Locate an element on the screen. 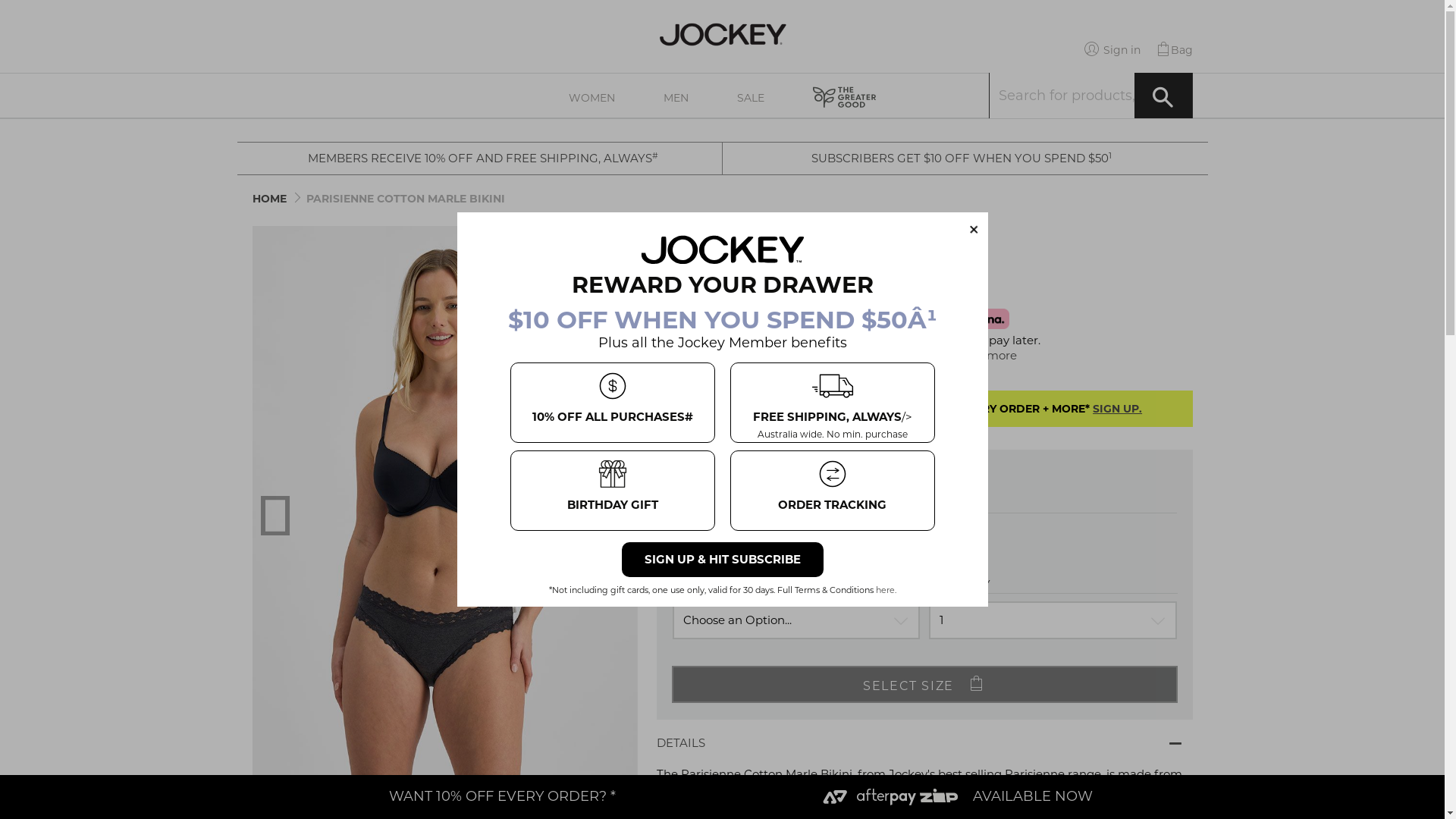  'WOMEN' is located at coordinates (591, 96).